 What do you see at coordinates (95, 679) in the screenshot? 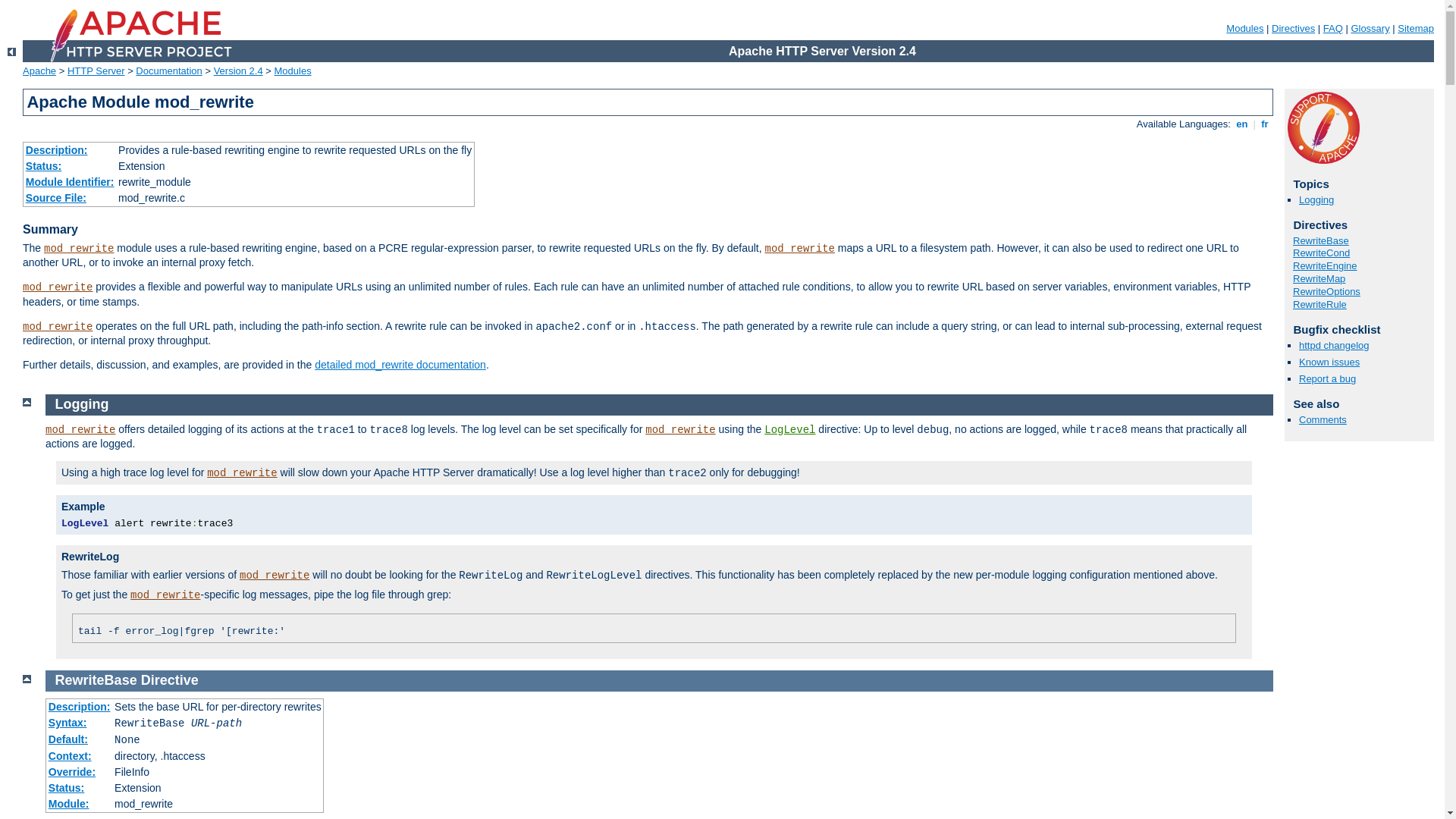
I see `'RewriteBase'` at bounding box center [95, 679].